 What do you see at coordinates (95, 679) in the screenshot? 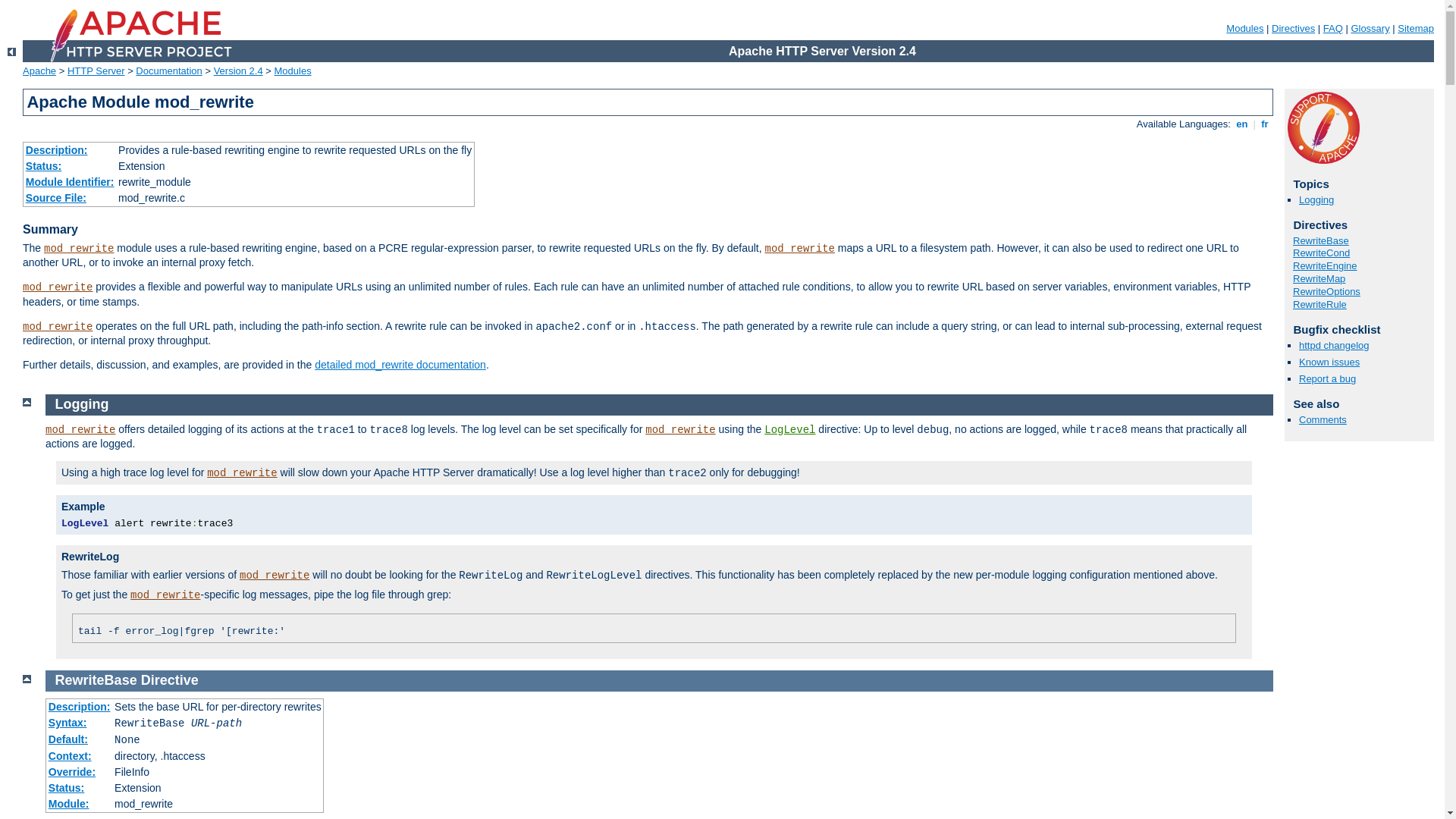
I see `'RewriteBase'` at bounding box center [95, 679].